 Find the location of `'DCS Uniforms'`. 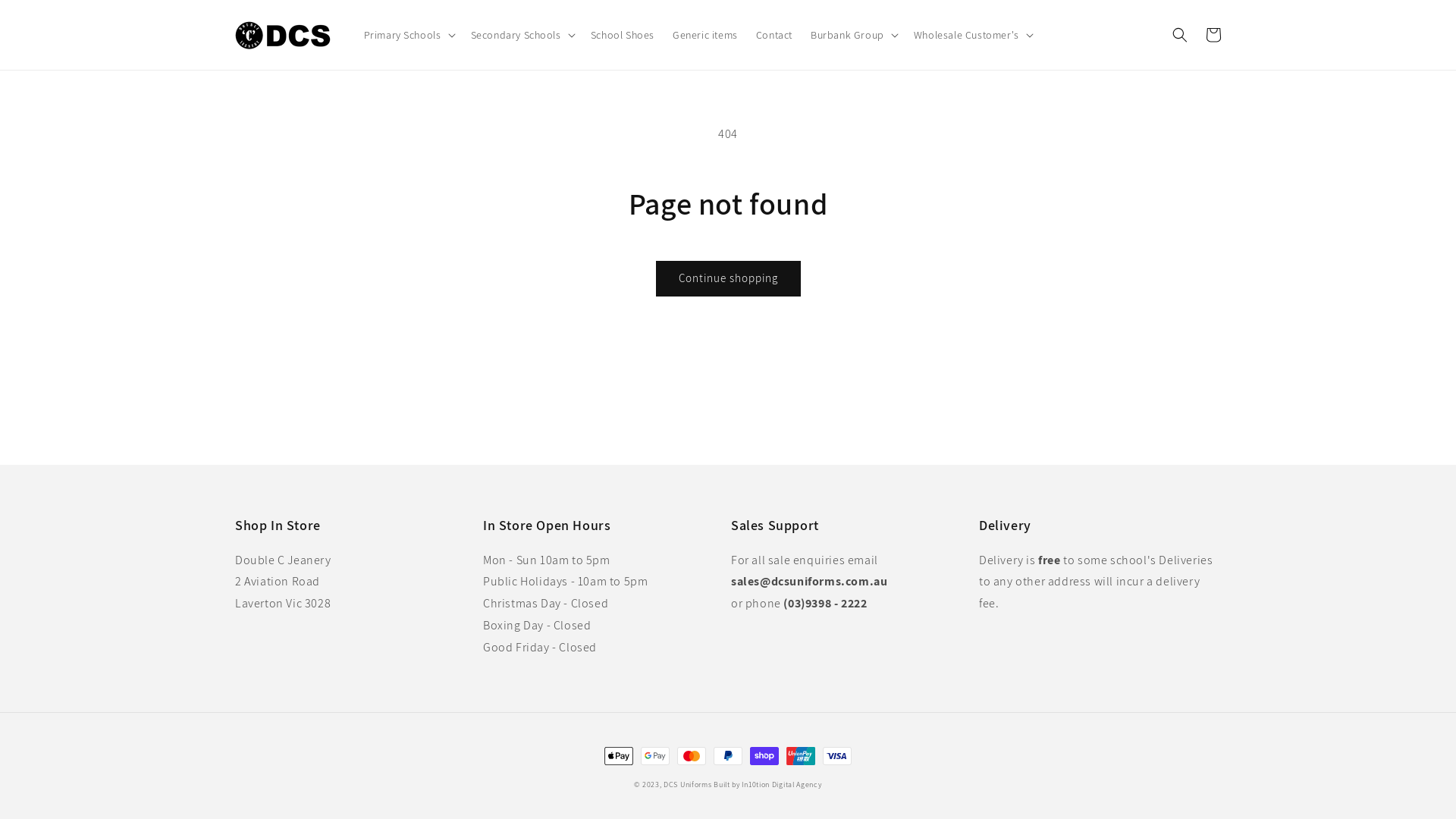

'DCS Uniforms' is located at coordinates (686, 784).